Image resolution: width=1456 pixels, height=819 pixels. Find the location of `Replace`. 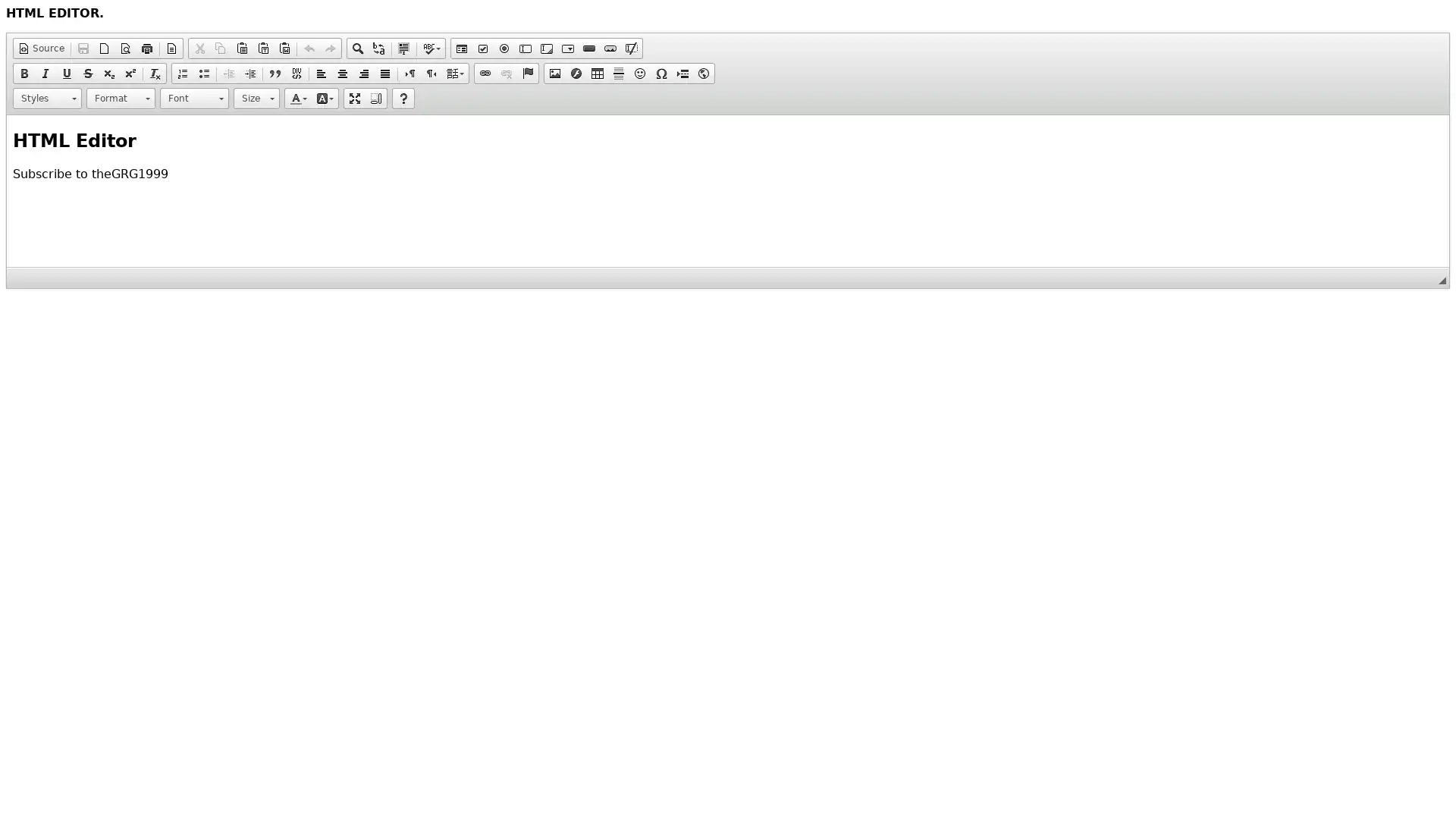

Replace is located at coordinates (378, 48).